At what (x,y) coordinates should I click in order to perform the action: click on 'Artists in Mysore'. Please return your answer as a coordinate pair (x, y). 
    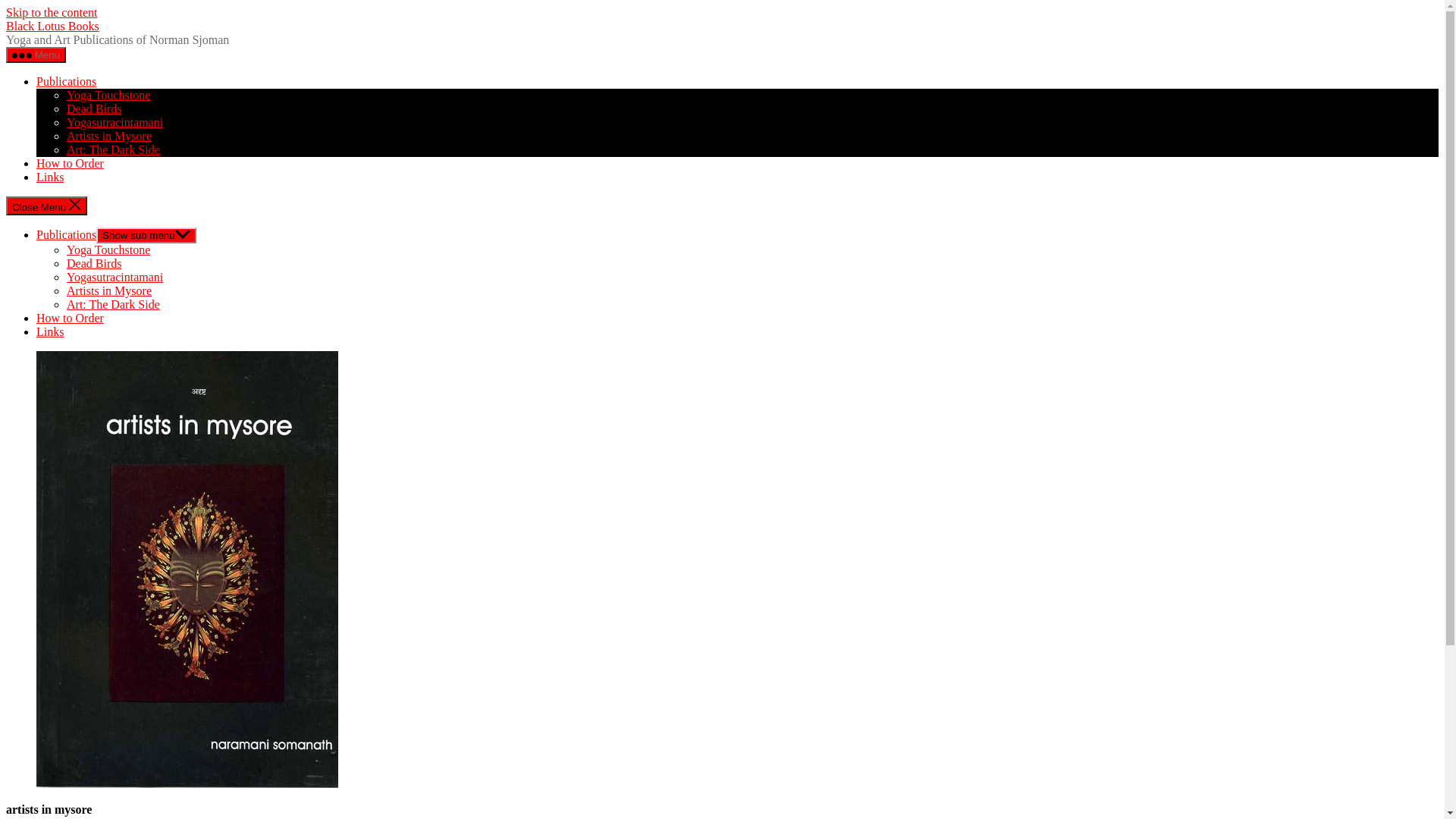
    Looking at the image, I should click on (108, 290).